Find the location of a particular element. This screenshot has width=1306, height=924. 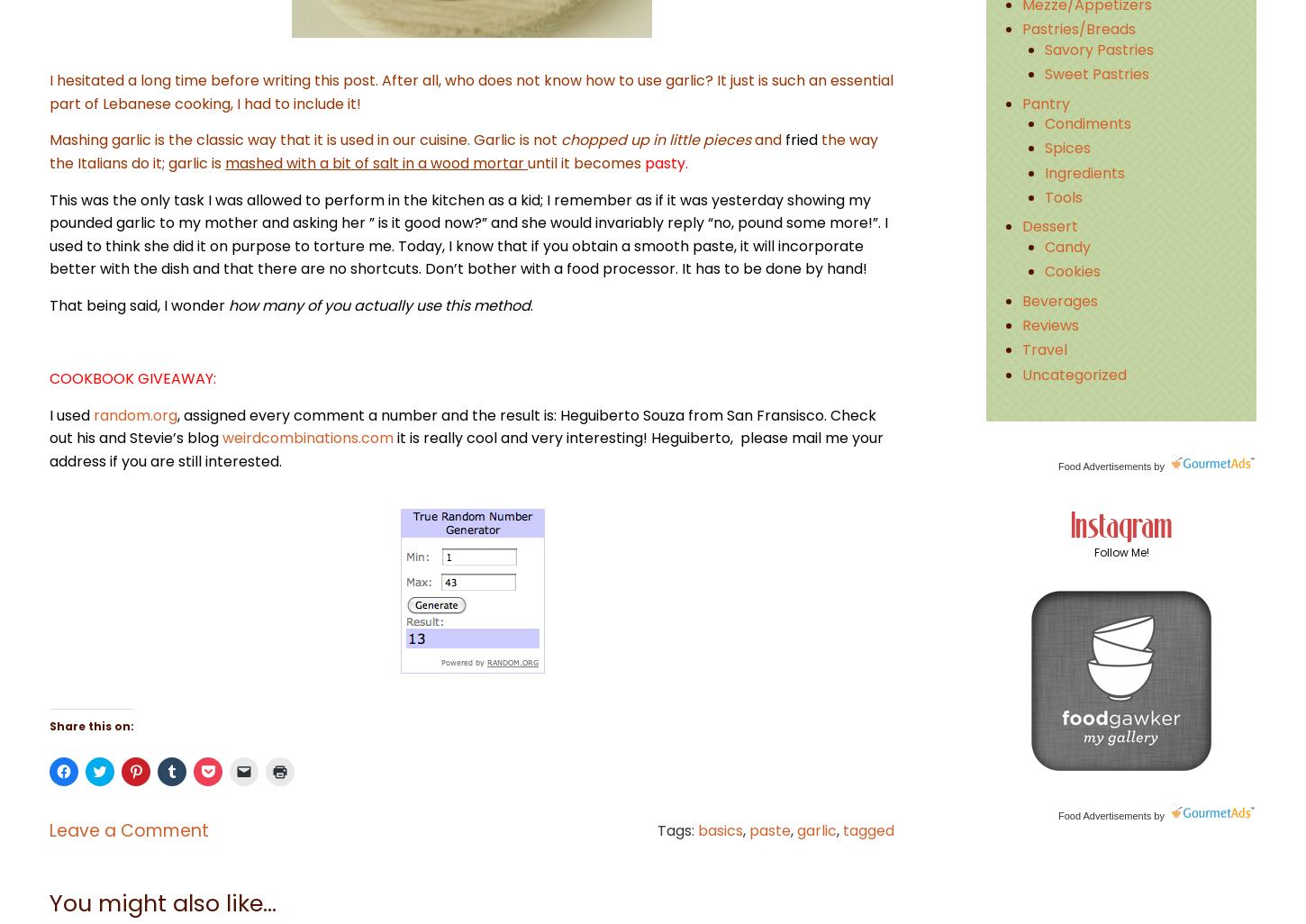

'.' is located at coordinates (531, 304).